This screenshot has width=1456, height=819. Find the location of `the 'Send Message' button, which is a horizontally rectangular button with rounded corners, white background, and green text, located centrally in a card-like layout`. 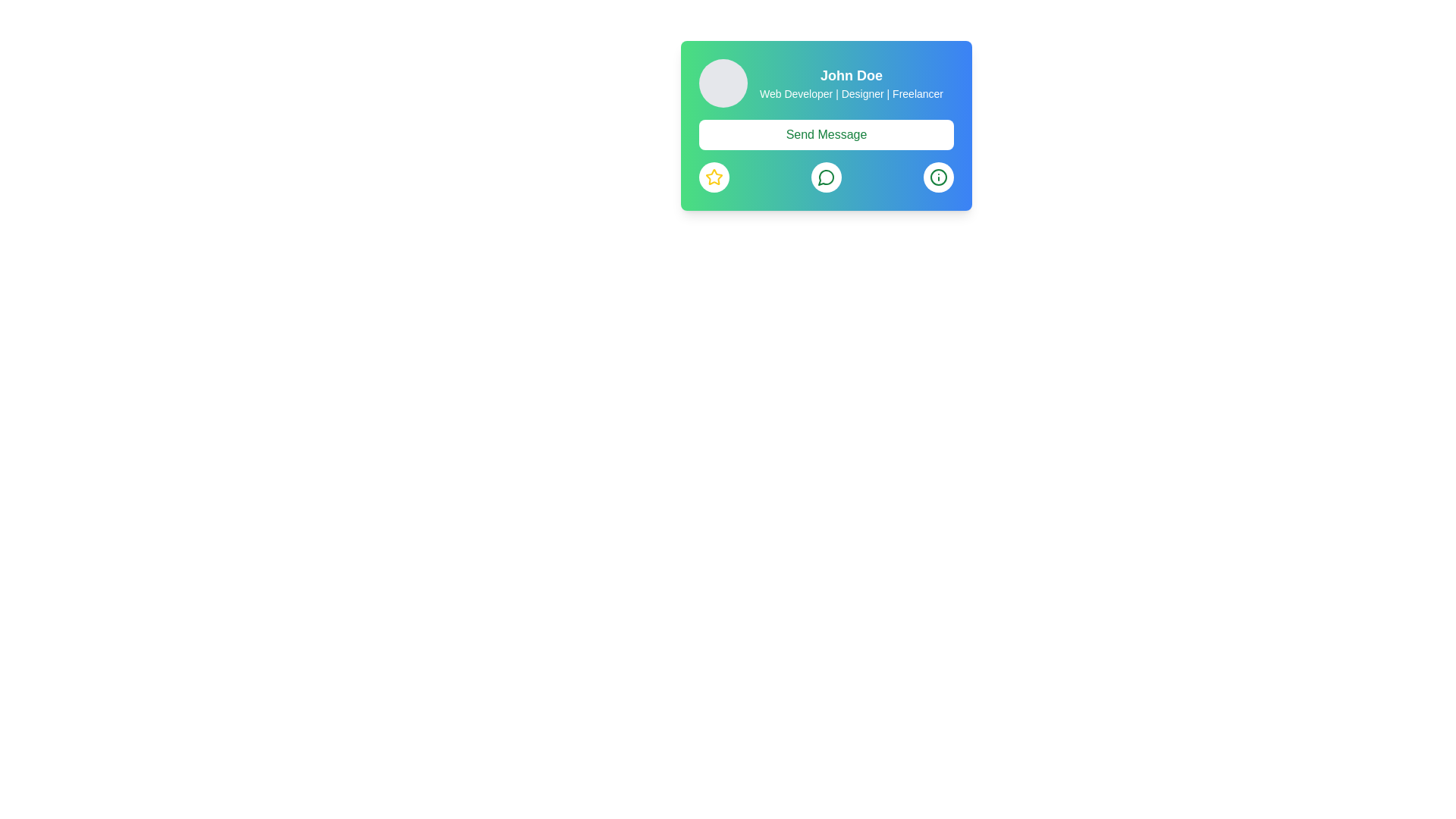

the 'Send Message' button, which is a horizontally rectangular button with rounded corners, white background, and green text, located centrally in a card-like layout is located at coordinates (825, 133).